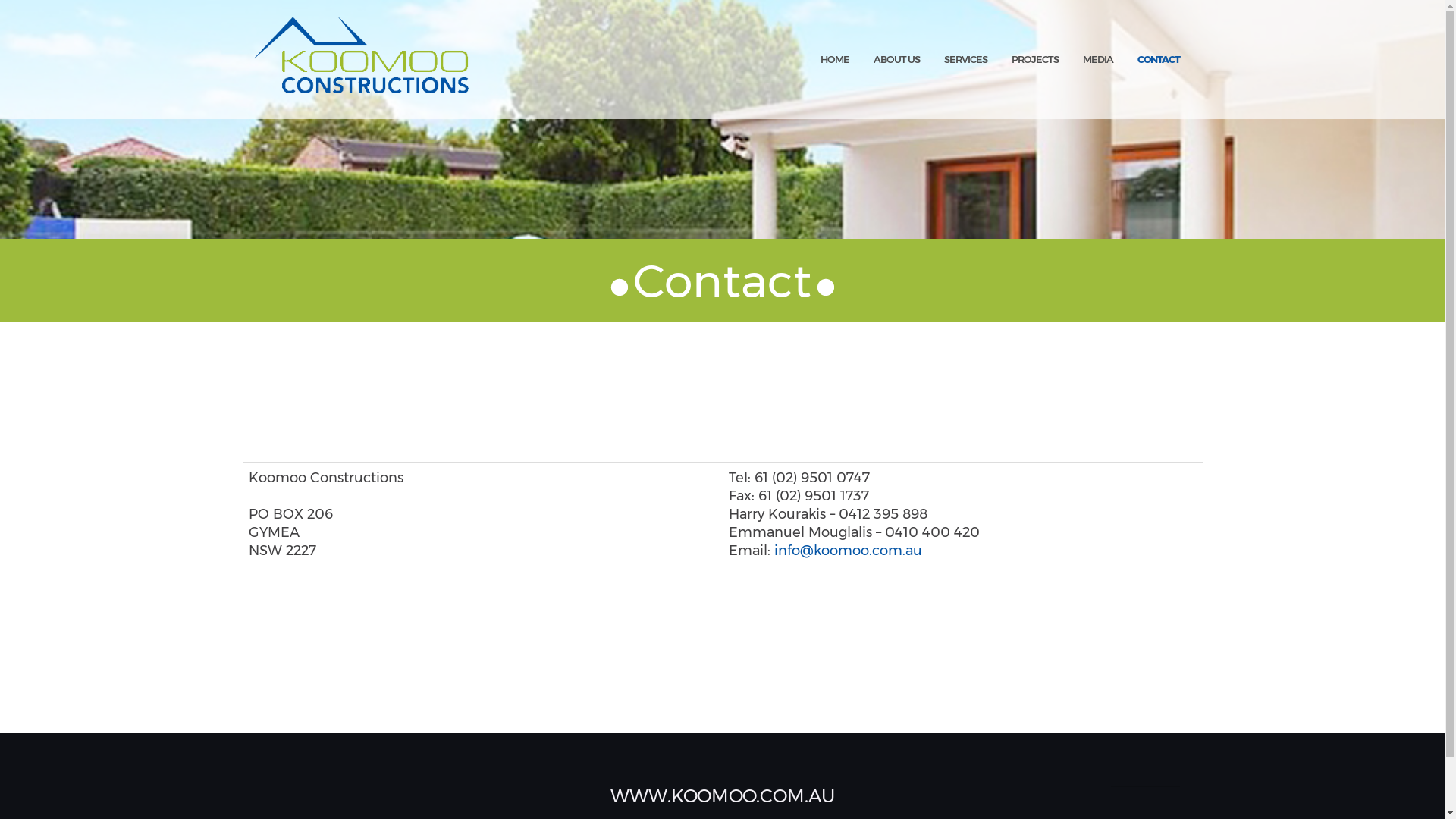 The image size is (1456, 819). Describe the element at coordinates (1098, 59) in the screenshot. I see `'MEDIA'` at that location.